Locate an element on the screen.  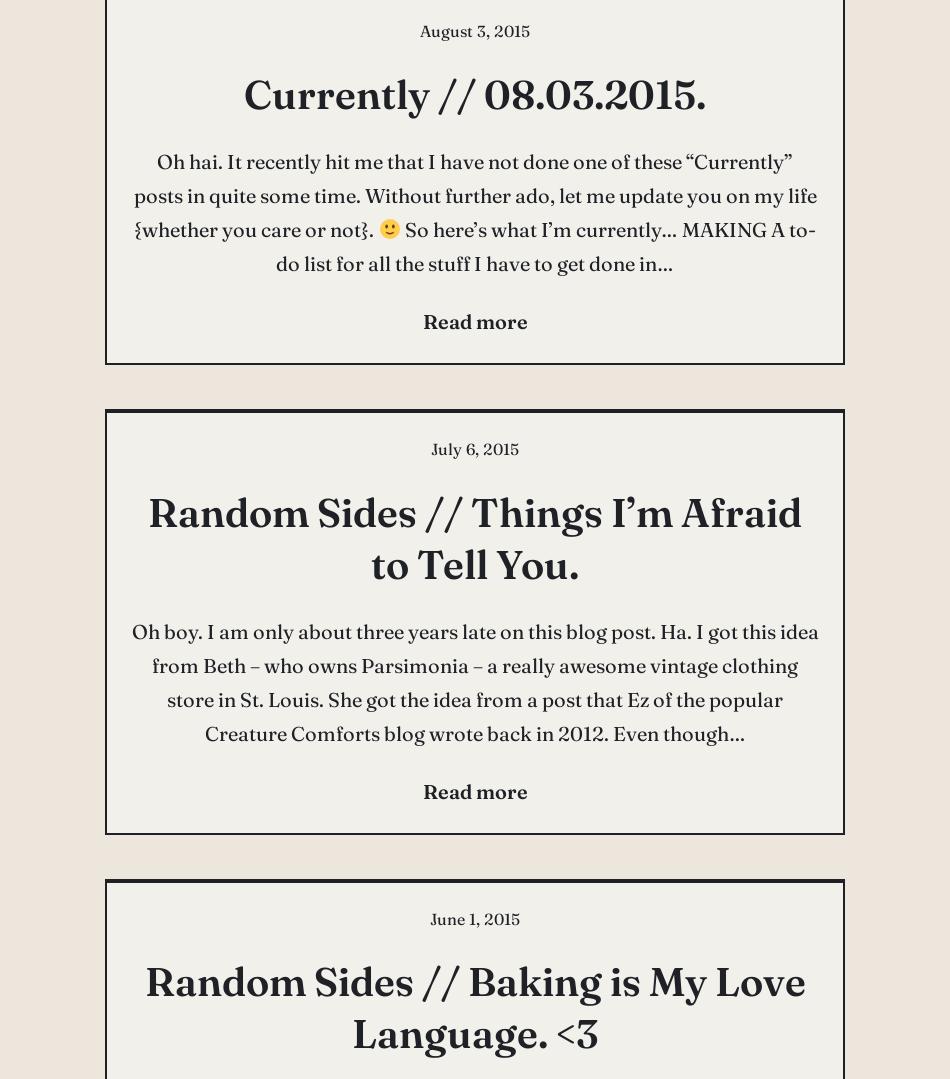
'August 3, 2015' is located at coordinates (475, 30).